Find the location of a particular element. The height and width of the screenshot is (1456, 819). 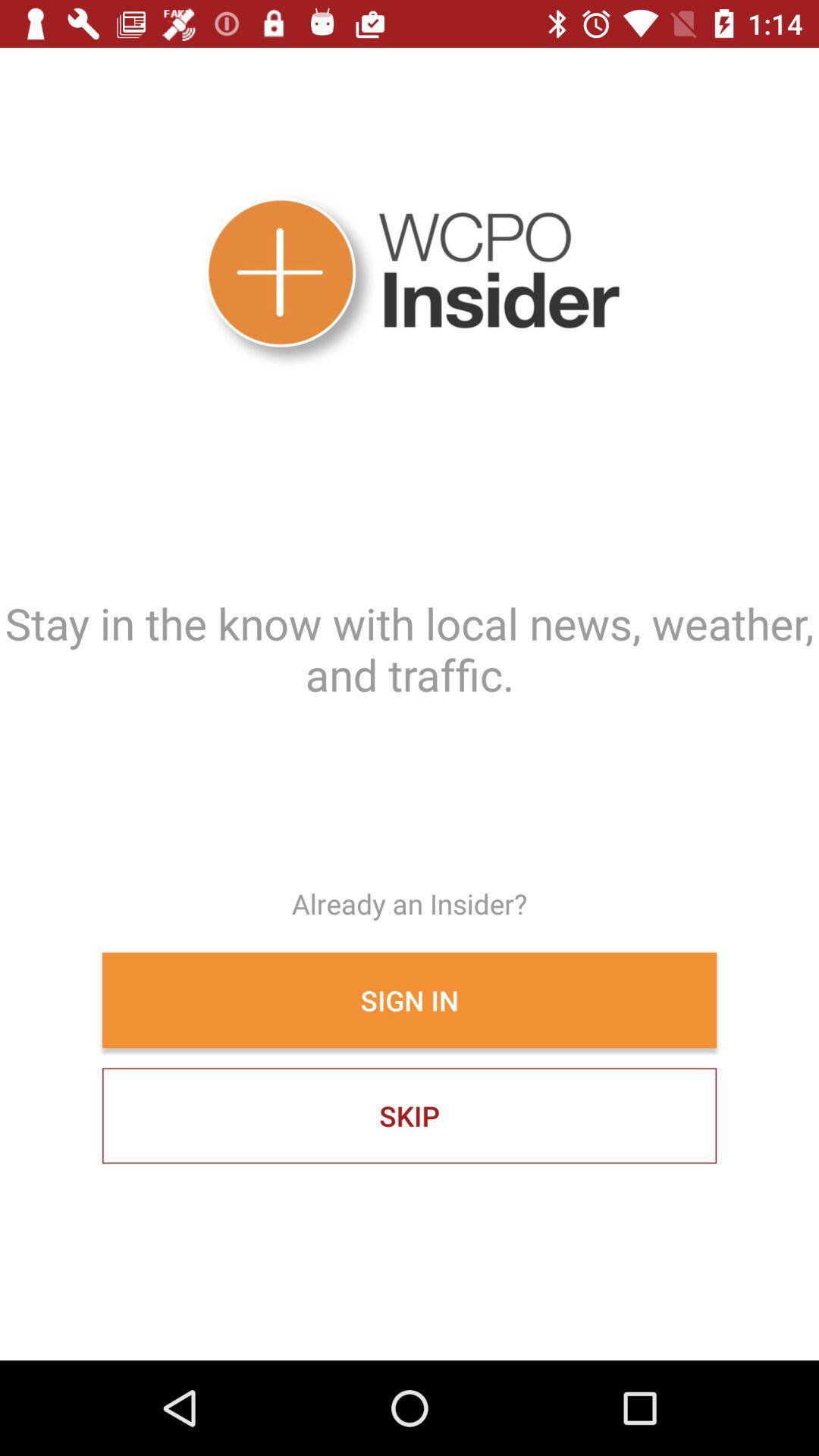

skip icon is located at coordinates (409, 1116).